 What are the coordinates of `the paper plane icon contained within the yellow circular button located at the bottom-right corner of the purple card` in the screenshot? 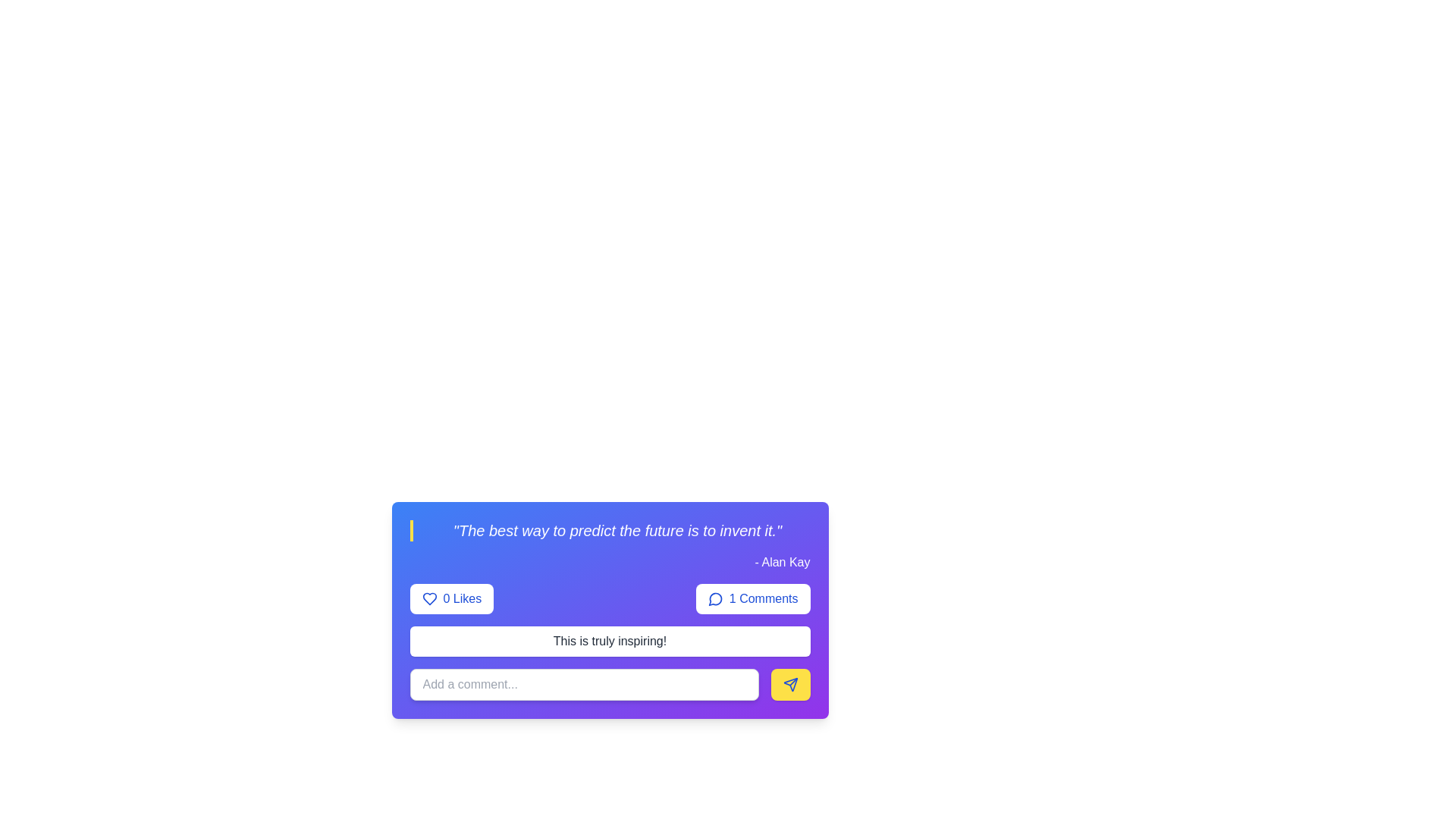 It's located at (789, 684).